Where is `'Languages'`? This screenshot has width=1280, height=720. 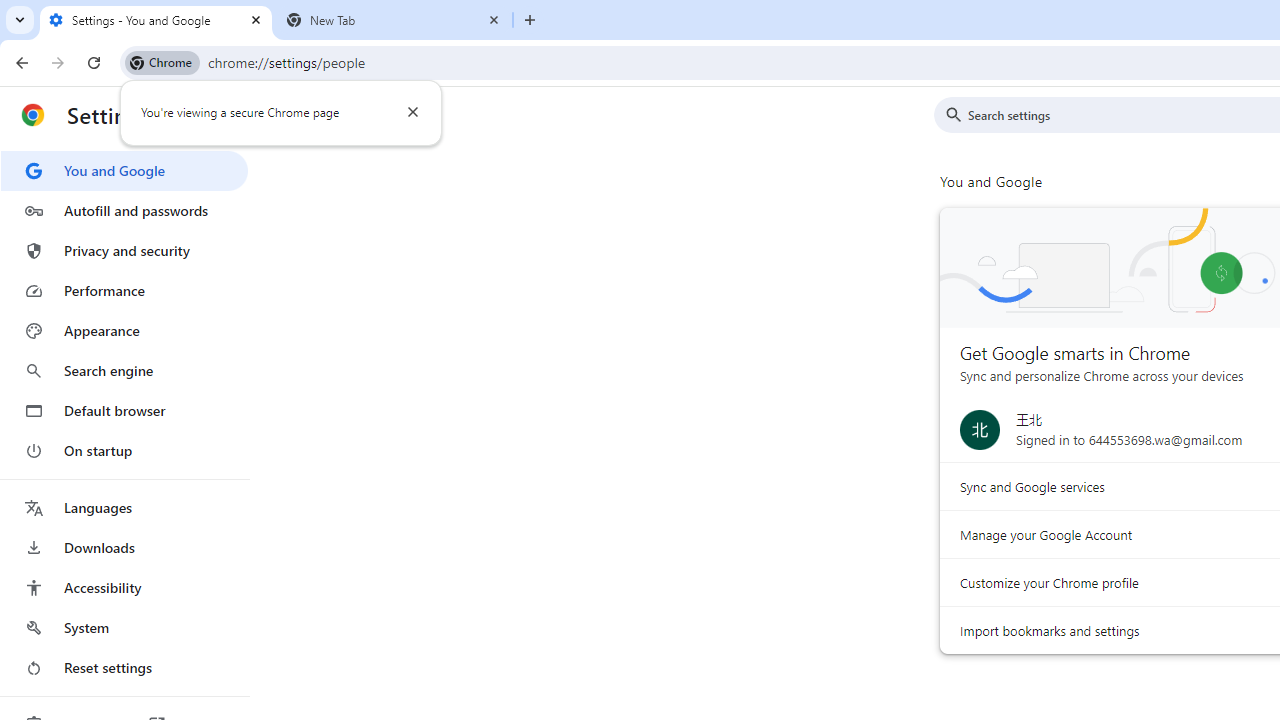 'Languages' is located at coordinates (123, 506).